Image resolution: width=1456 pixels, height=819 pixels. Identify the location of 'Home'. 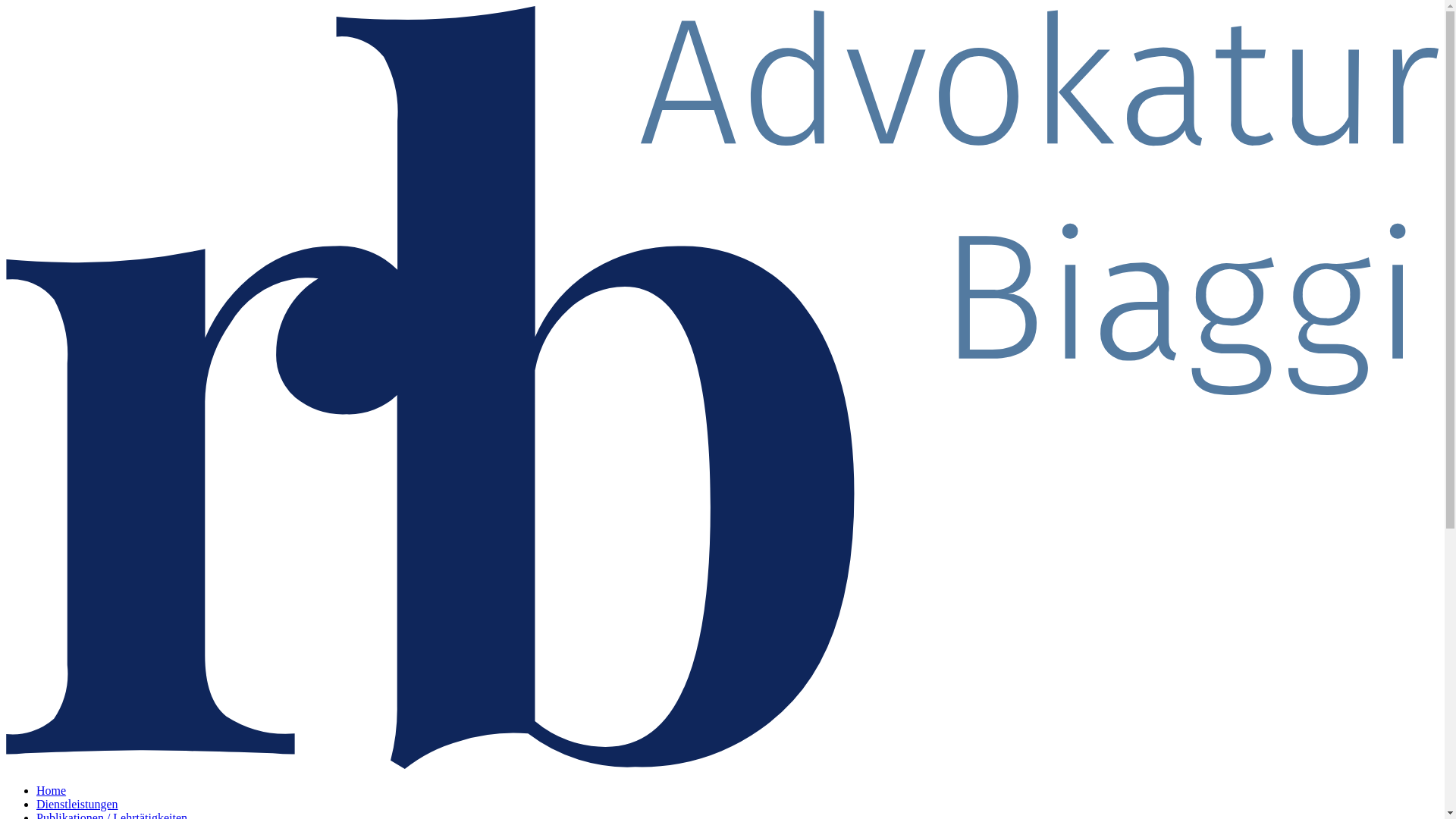
(36, 789).